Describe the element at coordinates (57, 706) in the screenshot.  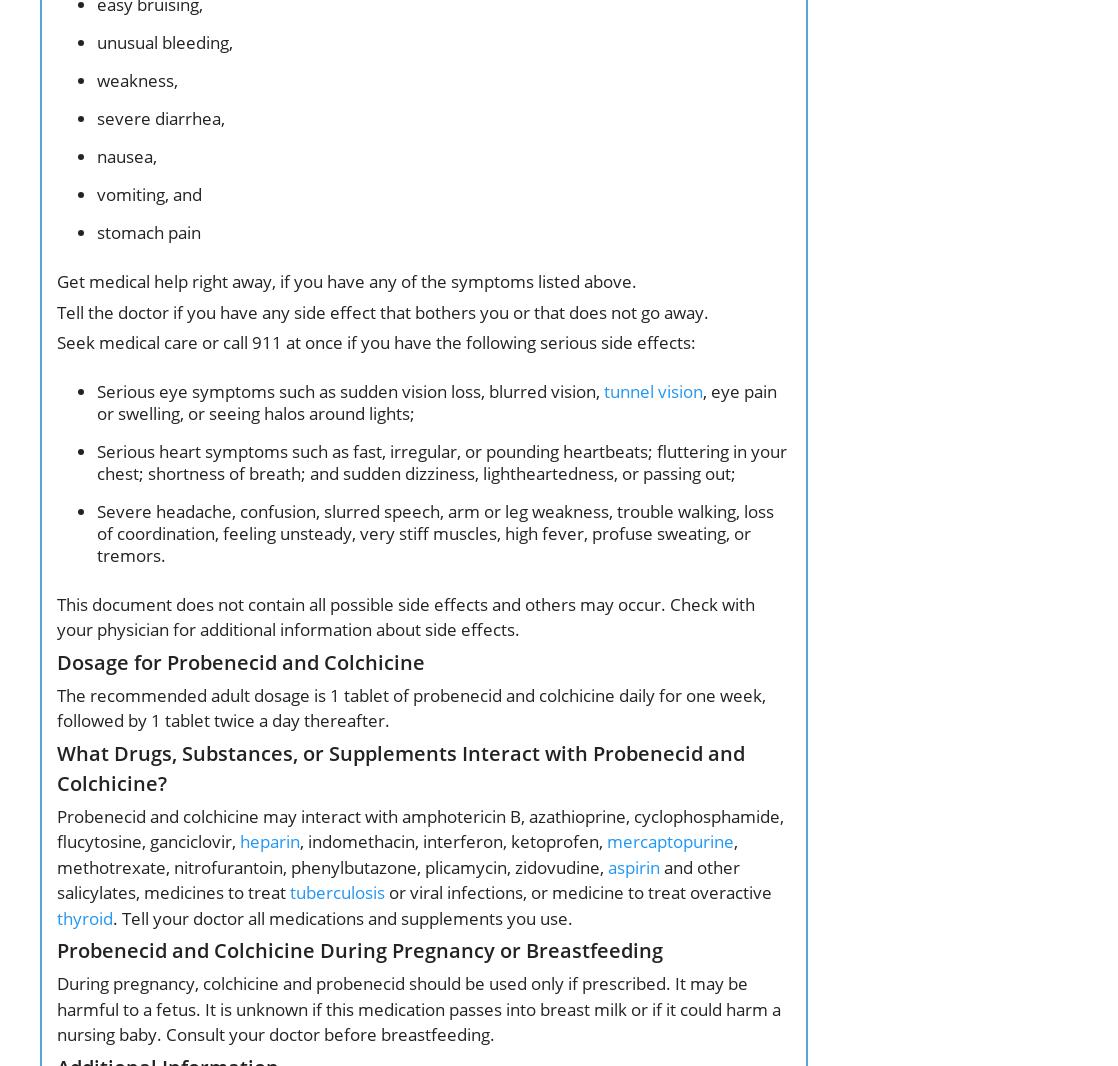
I see `'The recommended adult dosage is 1 tablet of probenecid and colchicine daily for one week, followed by 1 tablet twice a day thereafter.'` at that location.